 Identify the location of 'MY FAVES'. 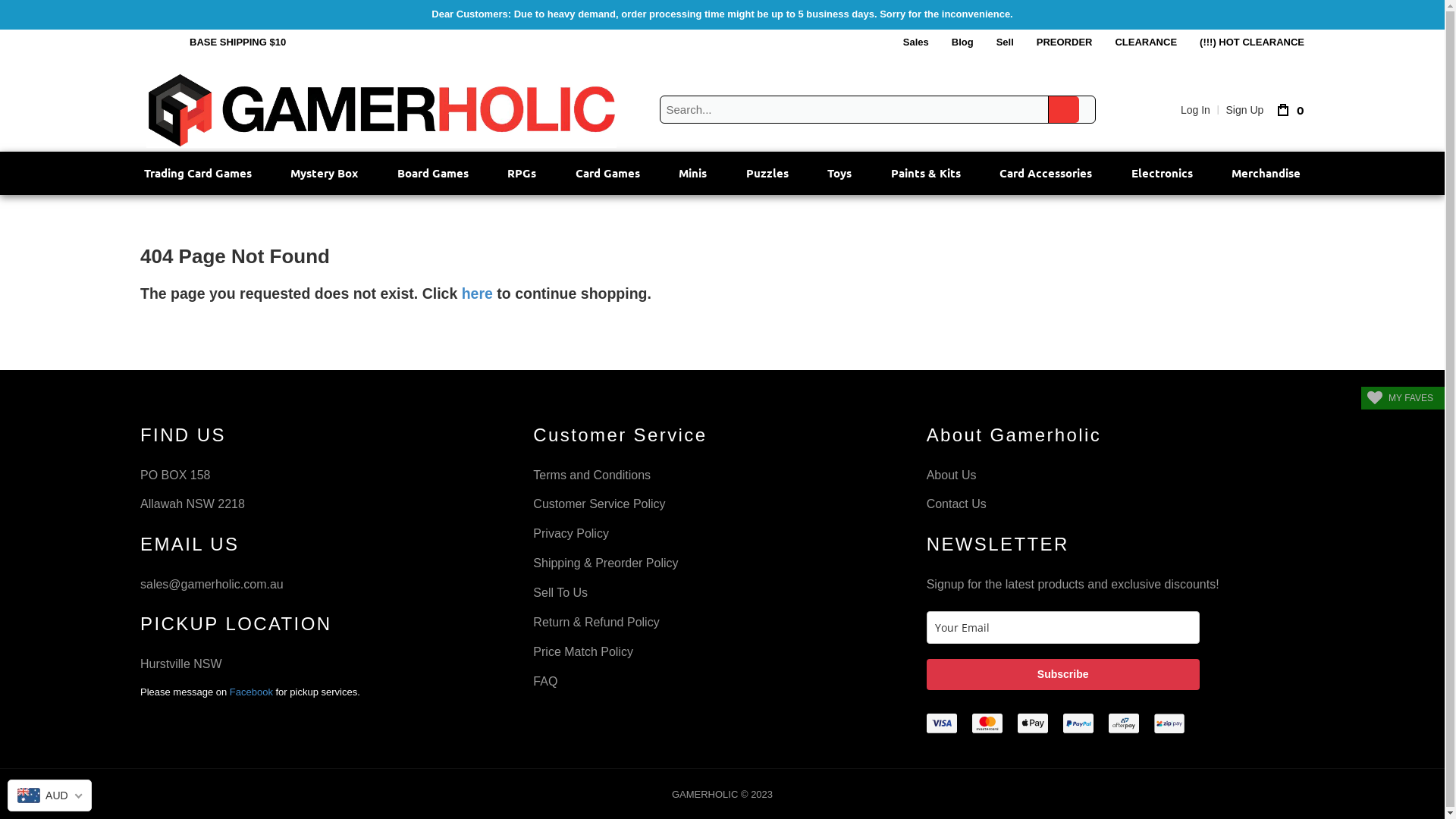
(1401, 397).